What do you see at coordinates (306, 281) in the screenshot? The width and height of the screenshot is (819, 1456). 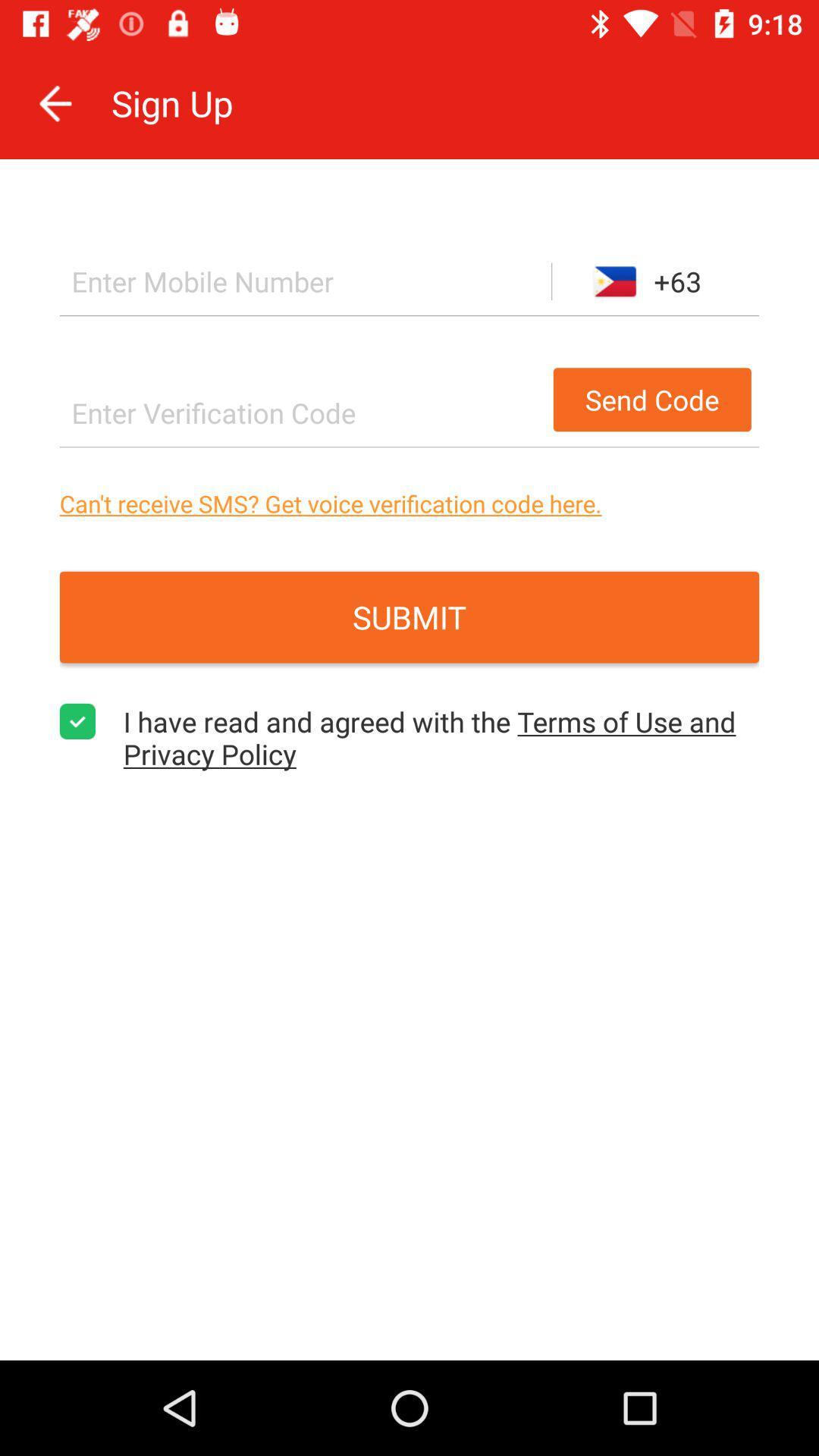 I see `mobile number` at bounding box center [306, 281].